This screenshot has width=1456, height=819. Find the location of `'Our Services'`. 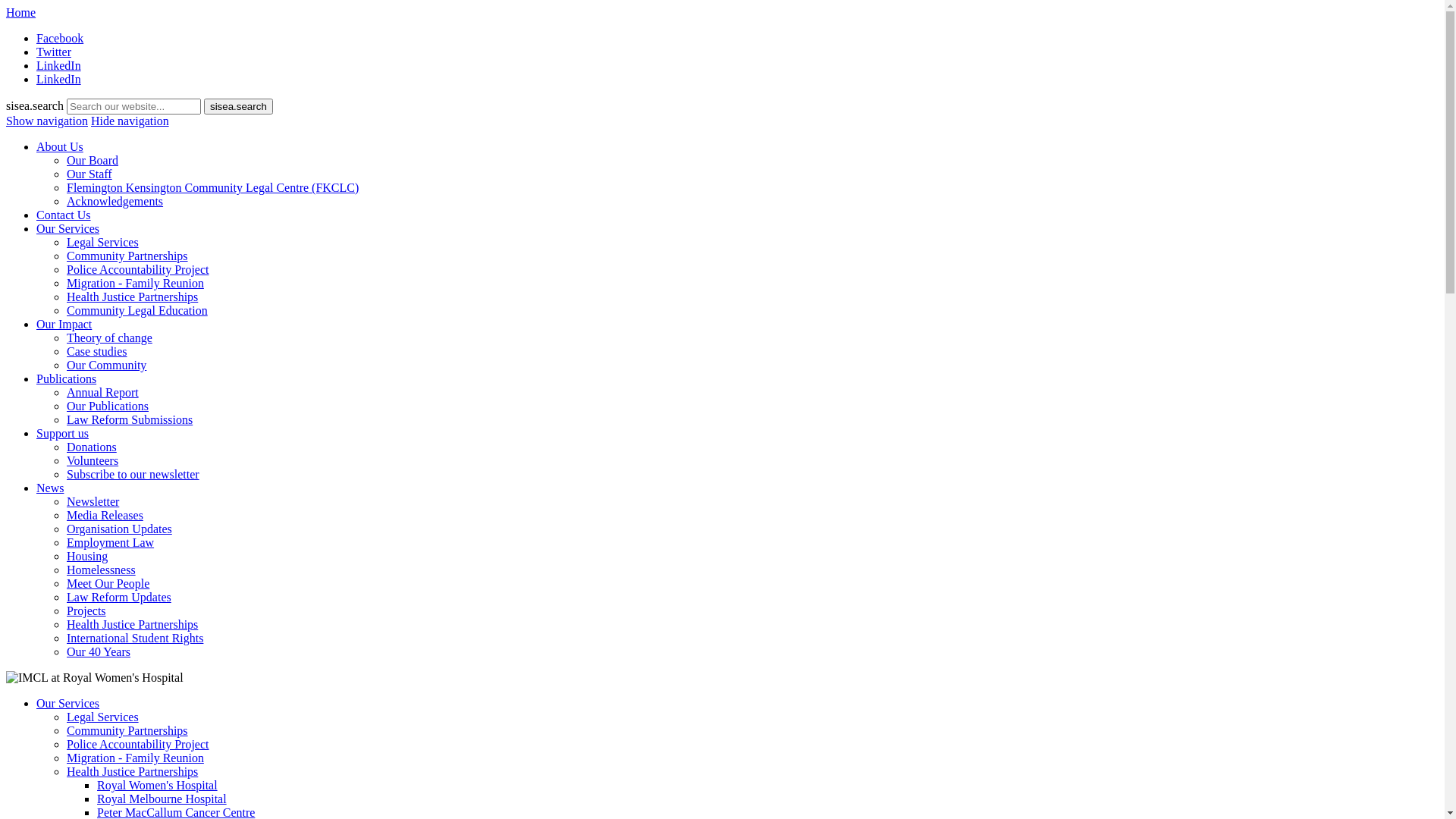

'Our Services' is located at coordinates (36, 703).